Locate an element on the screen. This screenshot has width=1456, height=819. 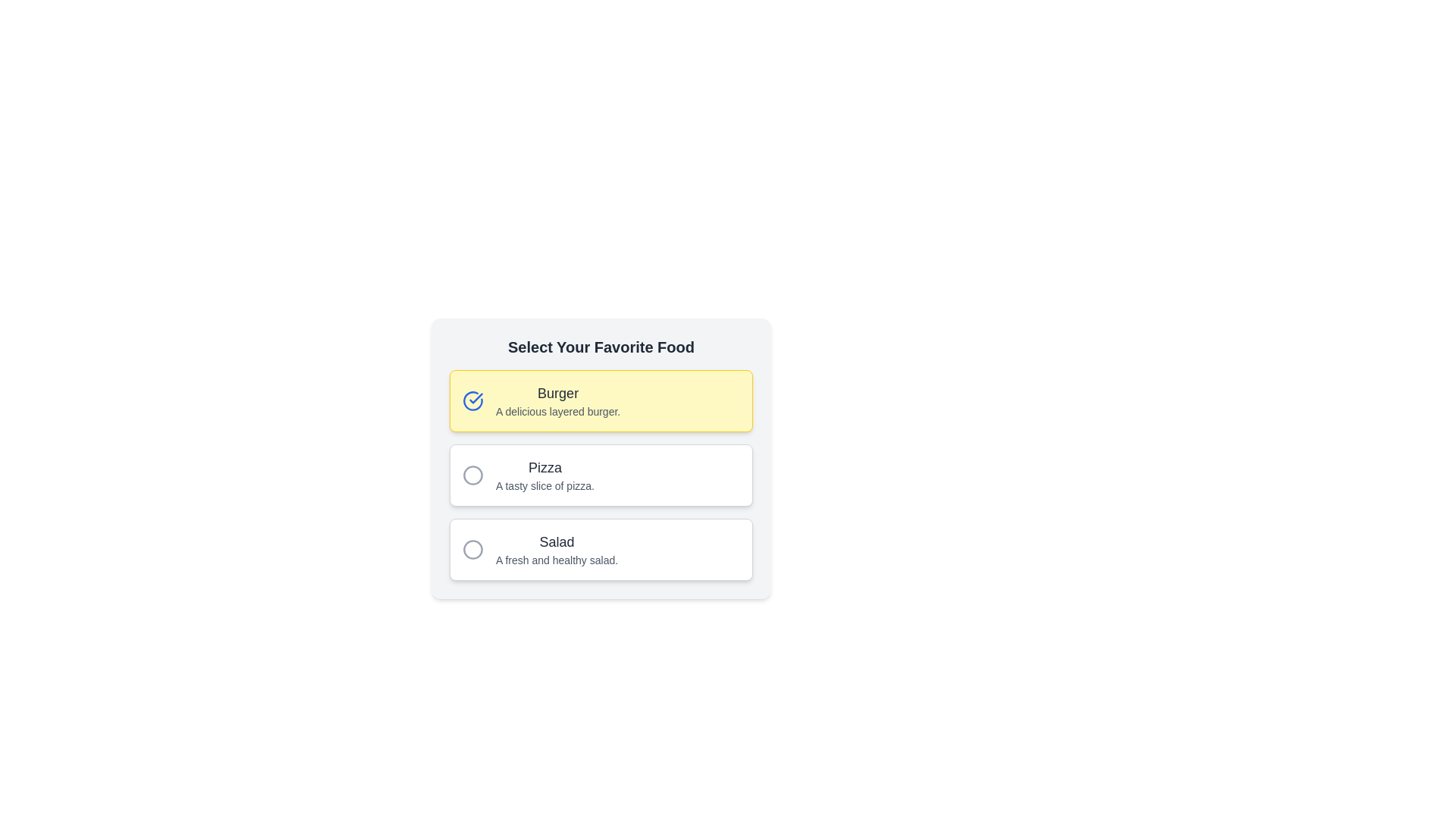
the text label that provides additional information about the 'Pizza' option, located directly below the text 'Pizza' and between the 'Burger' and 'Salad' options is located at coordinates (545, 485).